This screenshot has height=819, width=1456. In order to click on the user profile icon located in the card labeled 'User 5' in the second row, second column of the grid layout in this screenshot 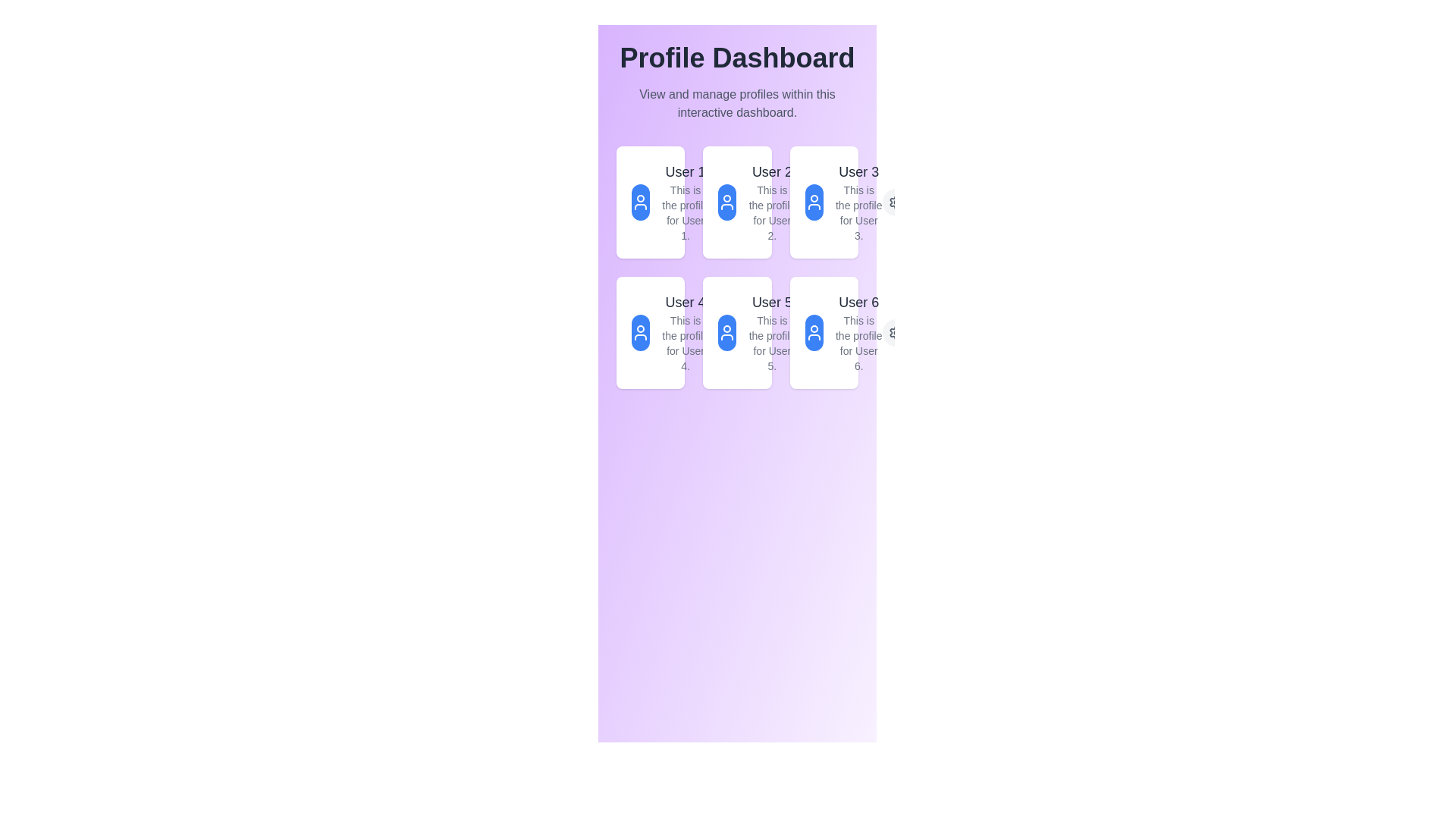, I will do `click(726, 332)`.